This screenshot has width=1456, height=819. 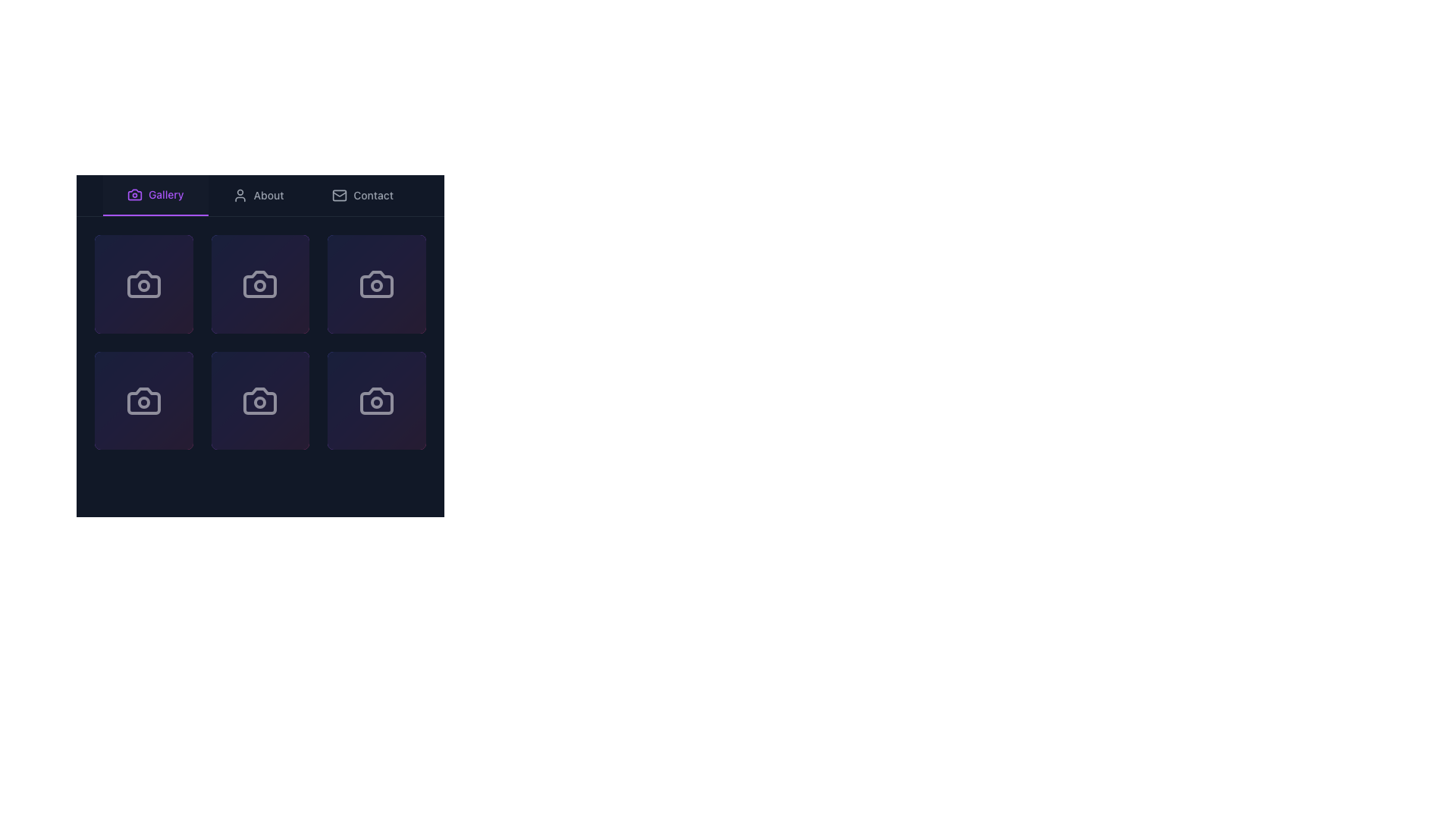 What do you see at coordinates (260, 400) in the screenshot?
I see `the interactive camera button located in the bottom middle position of the layout, specifically the second element in the bottom row` at bounding box center [260, 400].